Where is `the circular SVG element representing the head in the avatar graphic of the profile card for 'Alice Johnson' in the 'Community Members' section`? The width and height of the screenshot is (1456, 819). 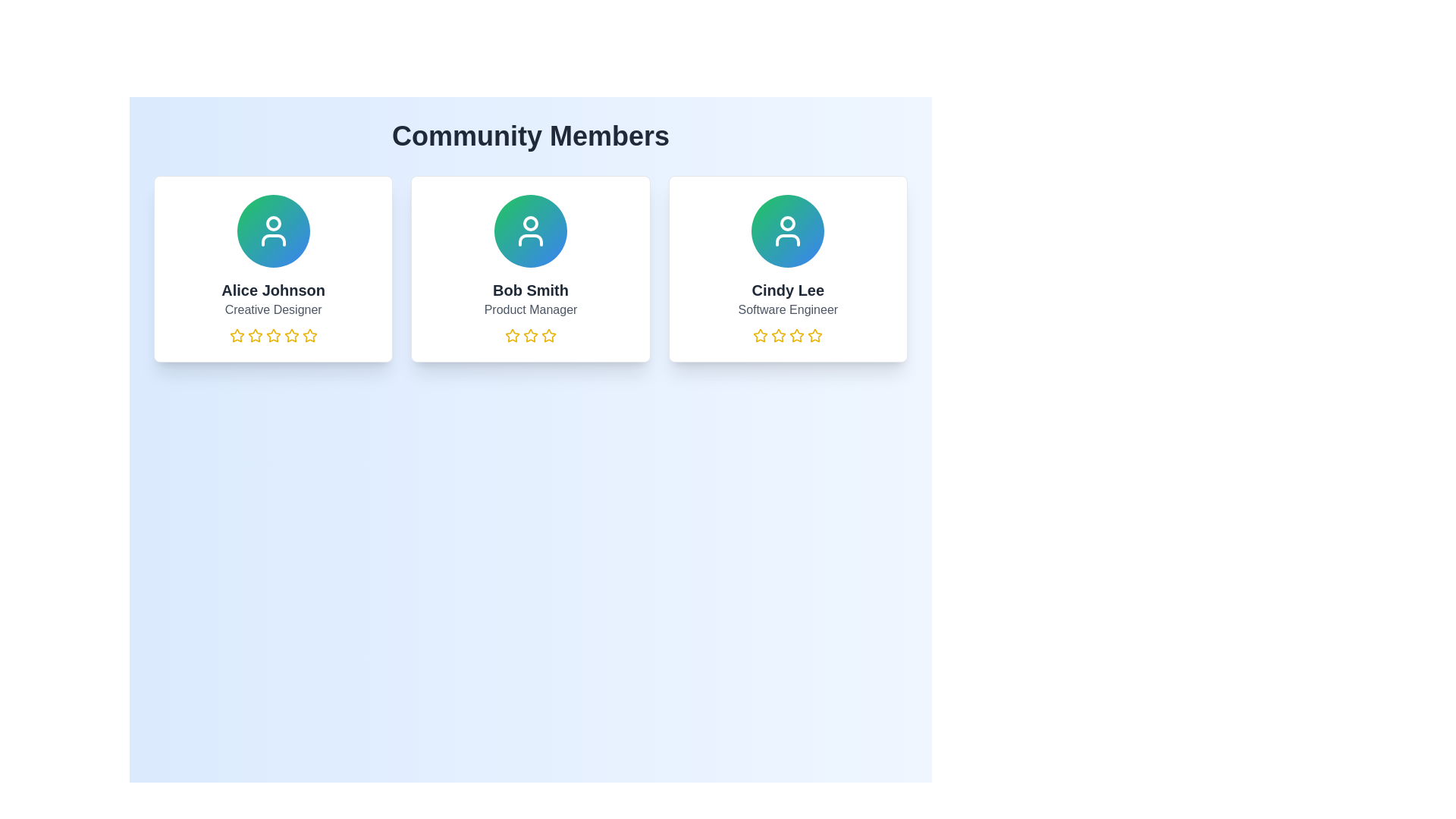
the circular SVG element representing the head in the avatar graphic of the profile card for 'Alice Johnson' in the 'Community Members' section is located at coordinates (273, 223).